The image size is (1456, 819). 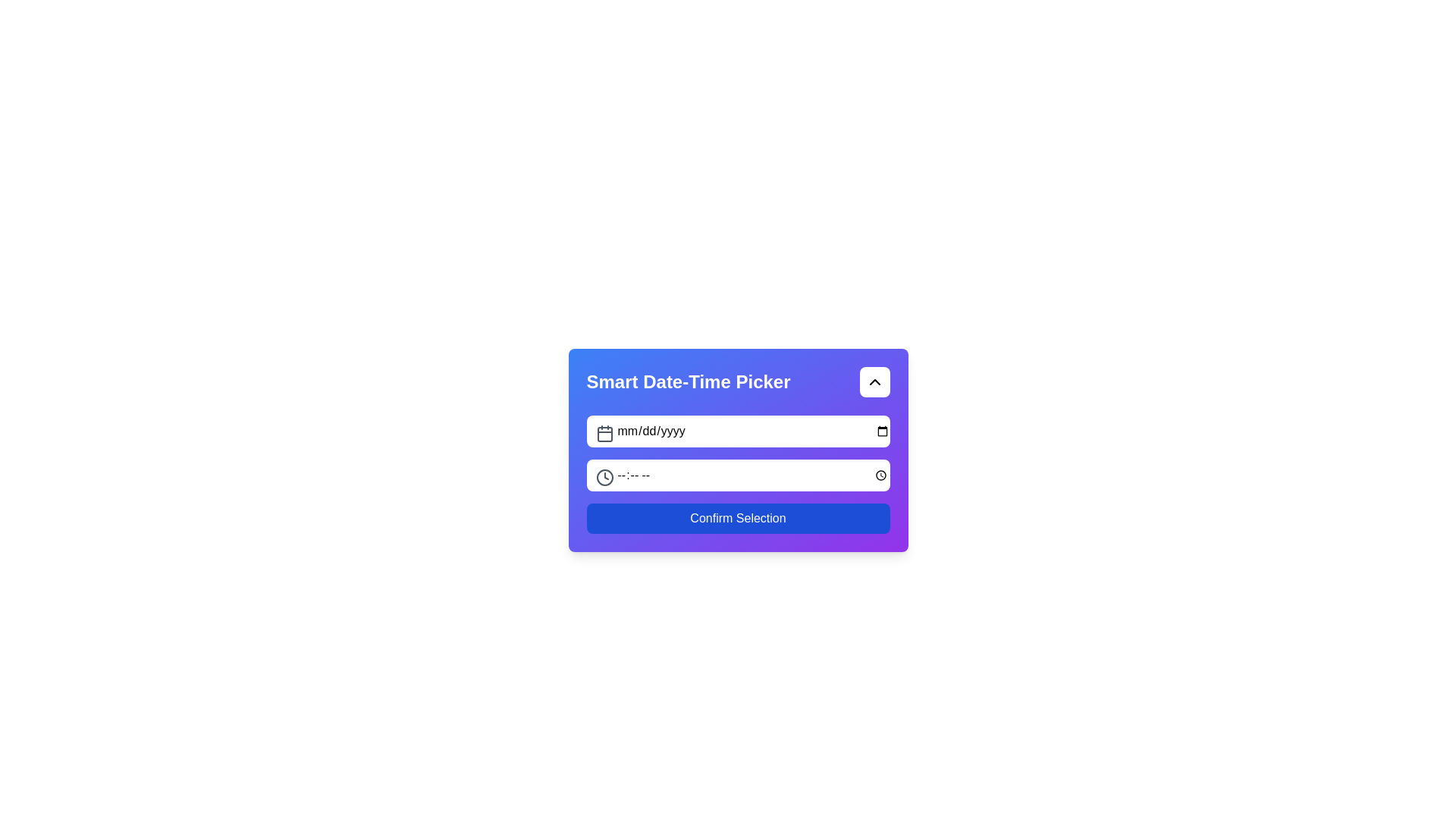 I want to click on the circular boundary of the clock face within the clock icon located to the left of the time input in the second input field of the Smart Date-Time Picker interface, so click(x=604, y=476).